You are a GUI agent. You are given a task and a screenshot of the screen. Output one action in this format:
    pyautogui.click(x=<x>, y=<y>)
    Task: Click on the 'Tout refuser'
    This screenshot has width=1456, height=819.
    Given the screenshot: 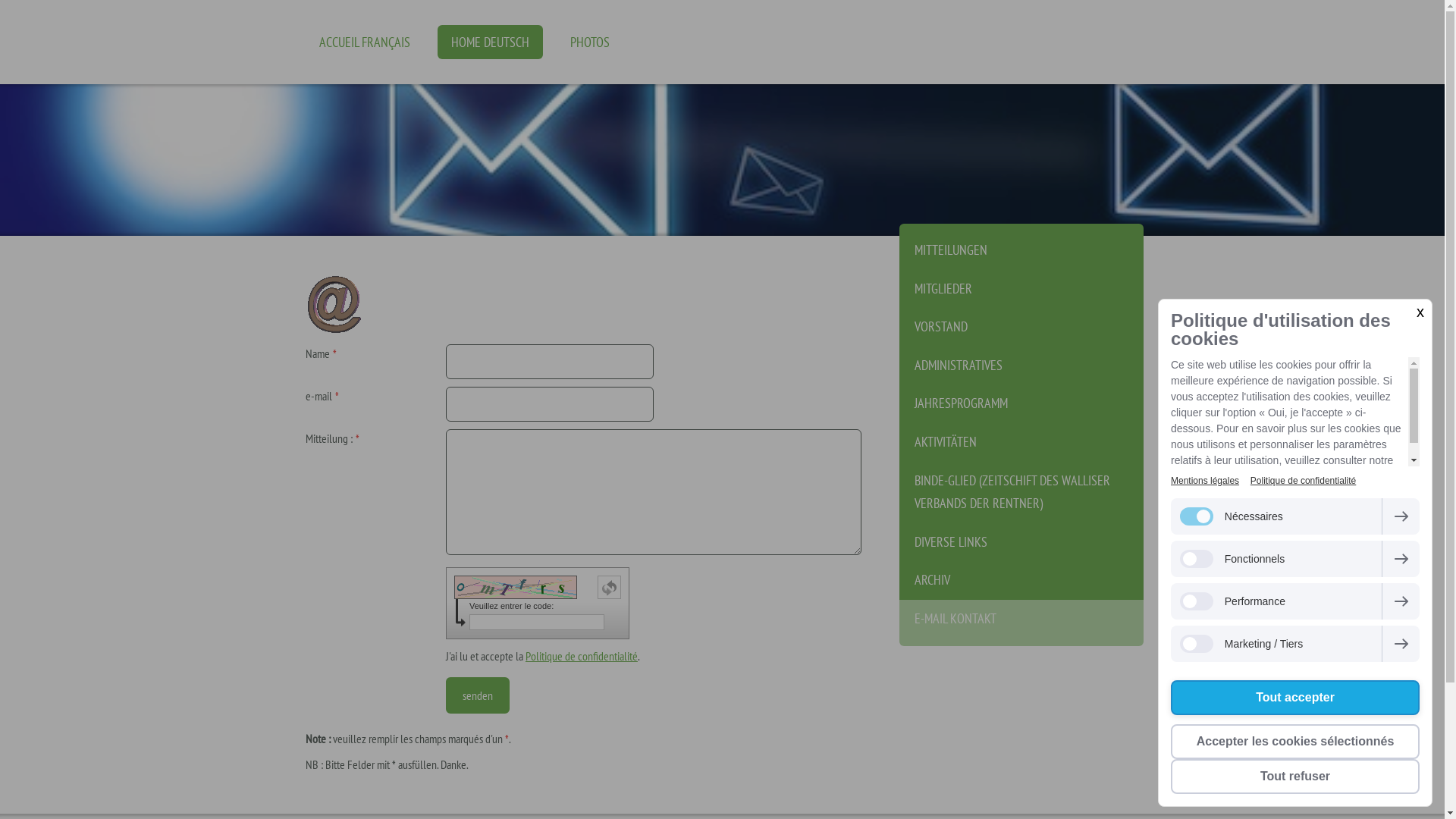 What is the action you would take?
    pyautogui.click(x=1294, y=776)
    